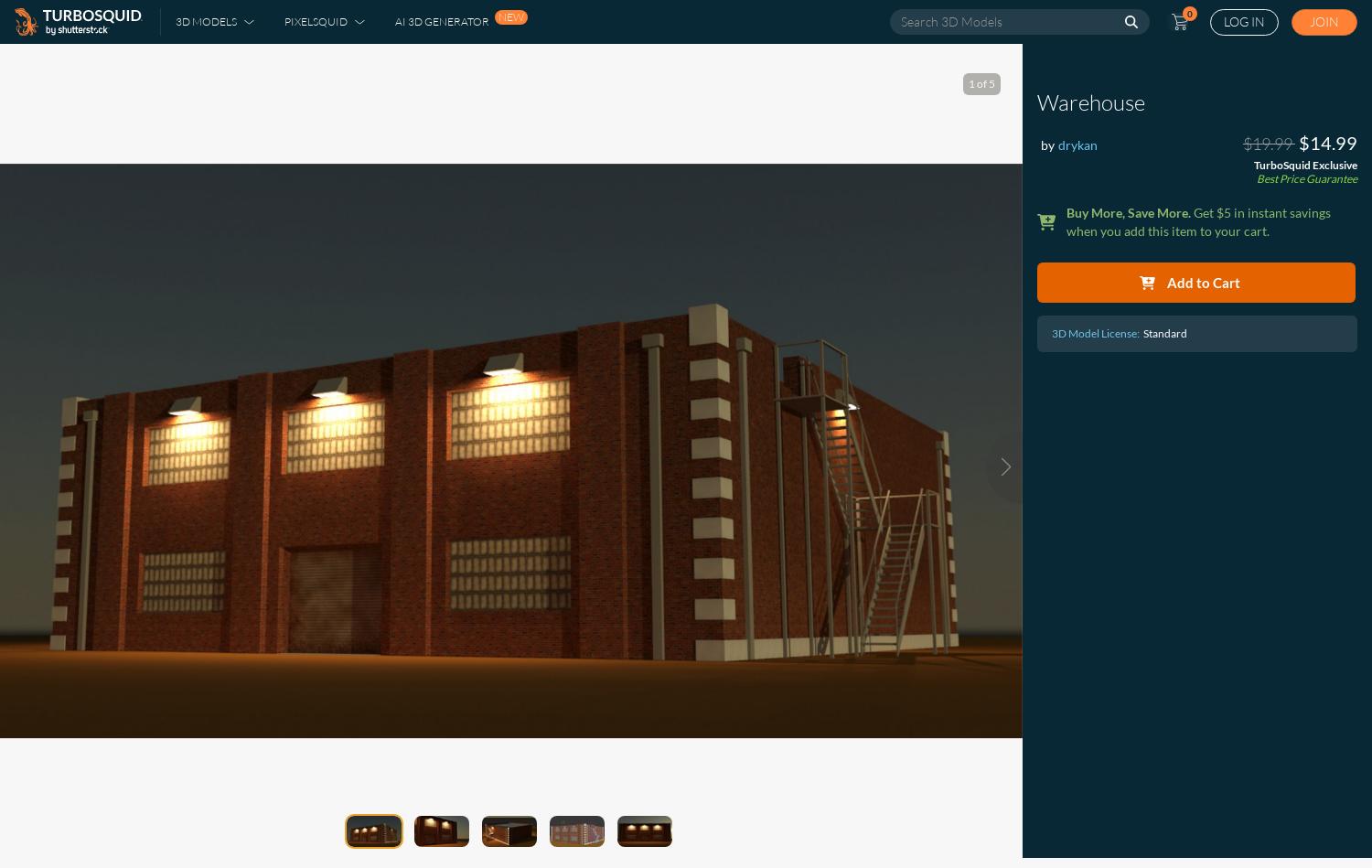  I want to click on 'Warehouse', so click(1089, 102).